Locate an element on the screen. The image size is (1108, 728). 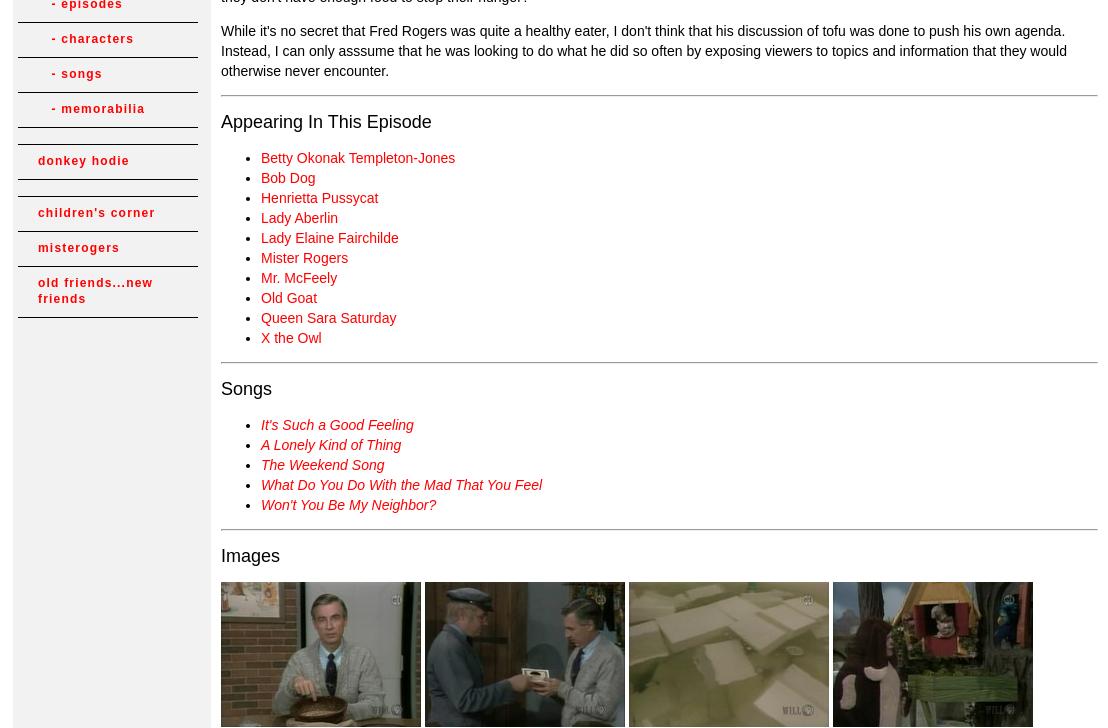
'Old Goat' is located at coordinates (260, 297).